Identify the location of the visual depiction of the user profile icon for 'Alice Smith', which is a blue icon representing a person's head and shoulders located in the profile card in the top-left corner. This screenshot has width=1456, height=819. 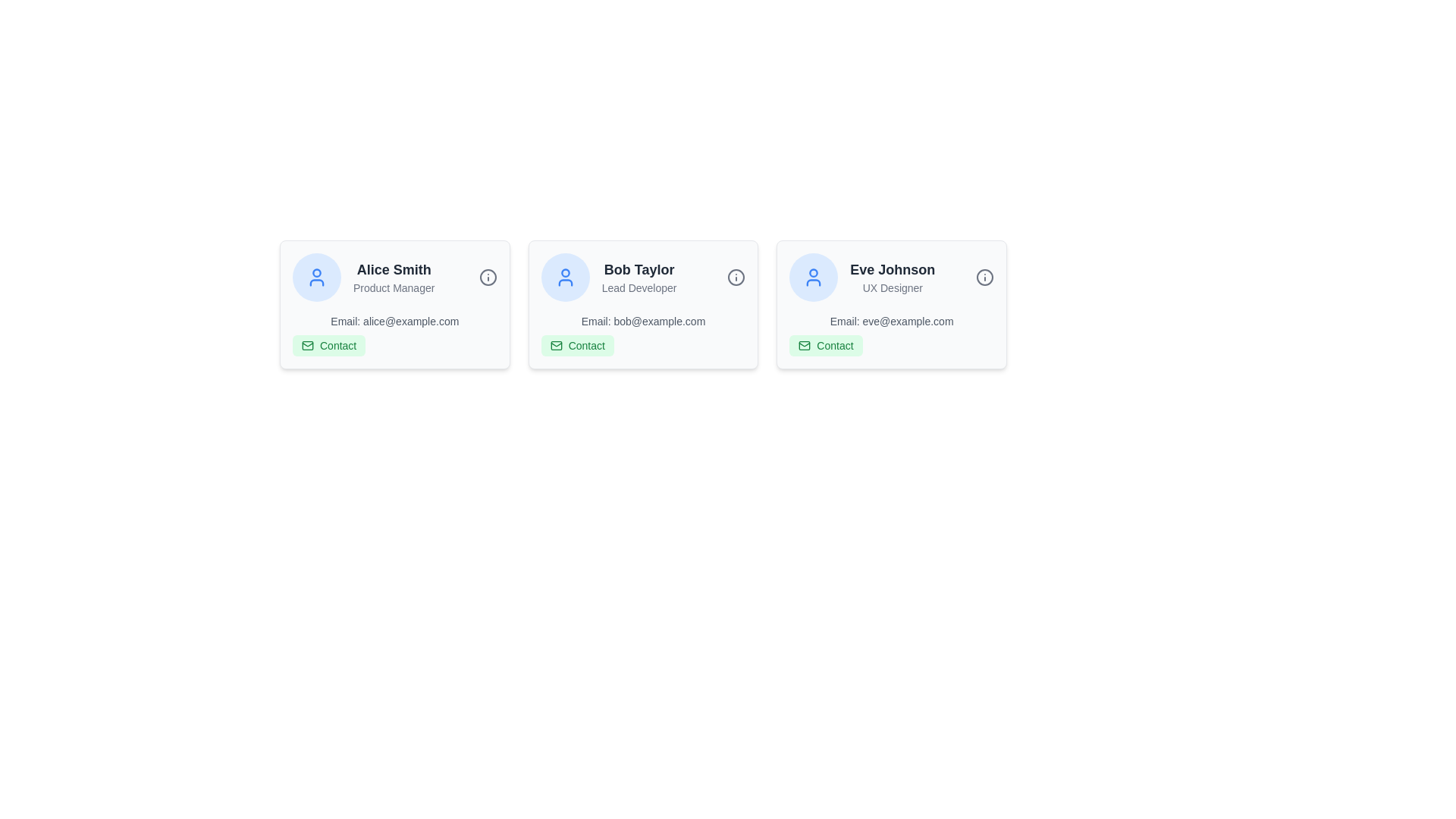
(315, 283).